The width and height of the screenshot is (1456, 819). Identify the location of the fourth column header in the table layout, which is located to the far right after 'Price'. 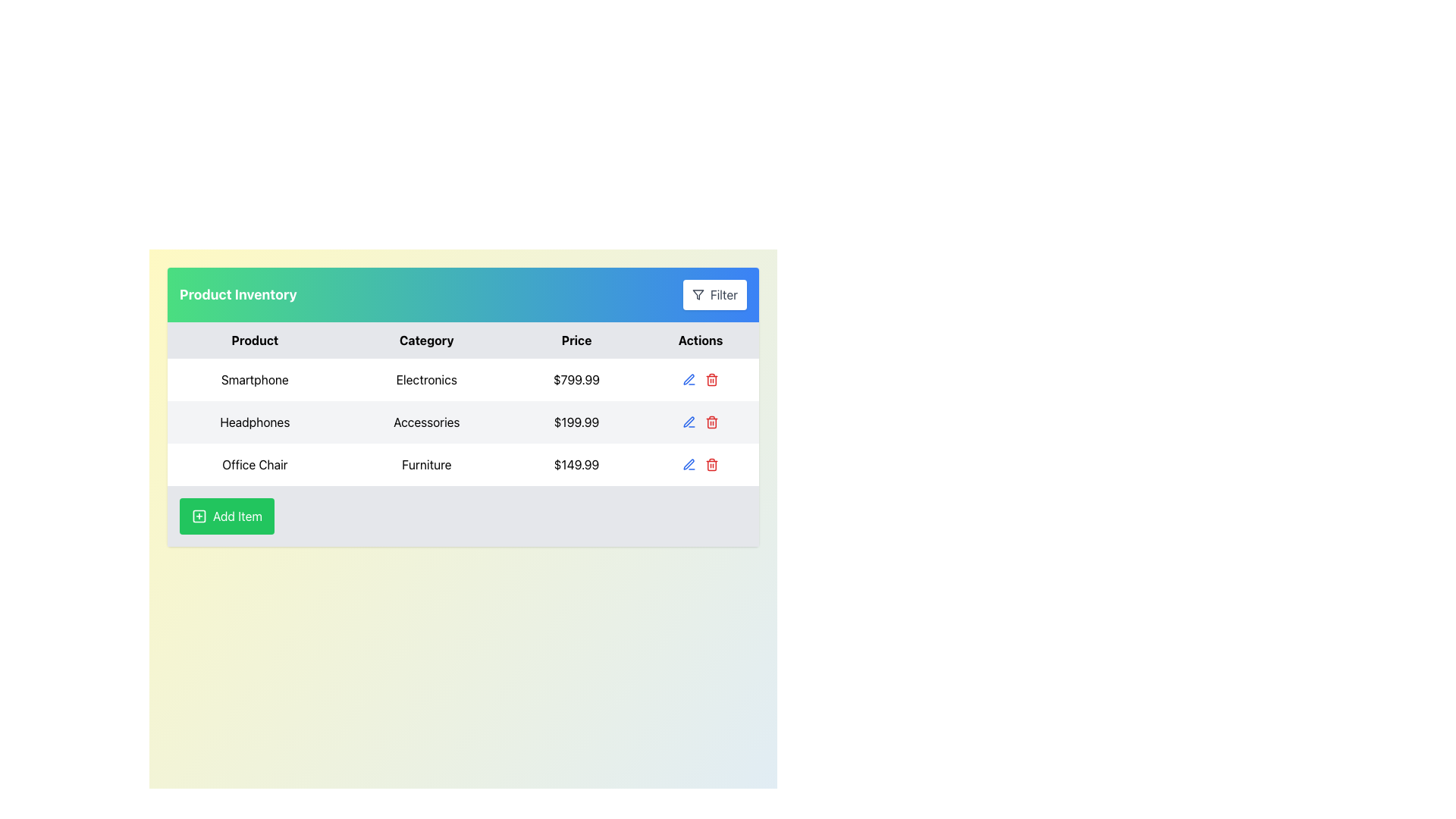
(700, 339).